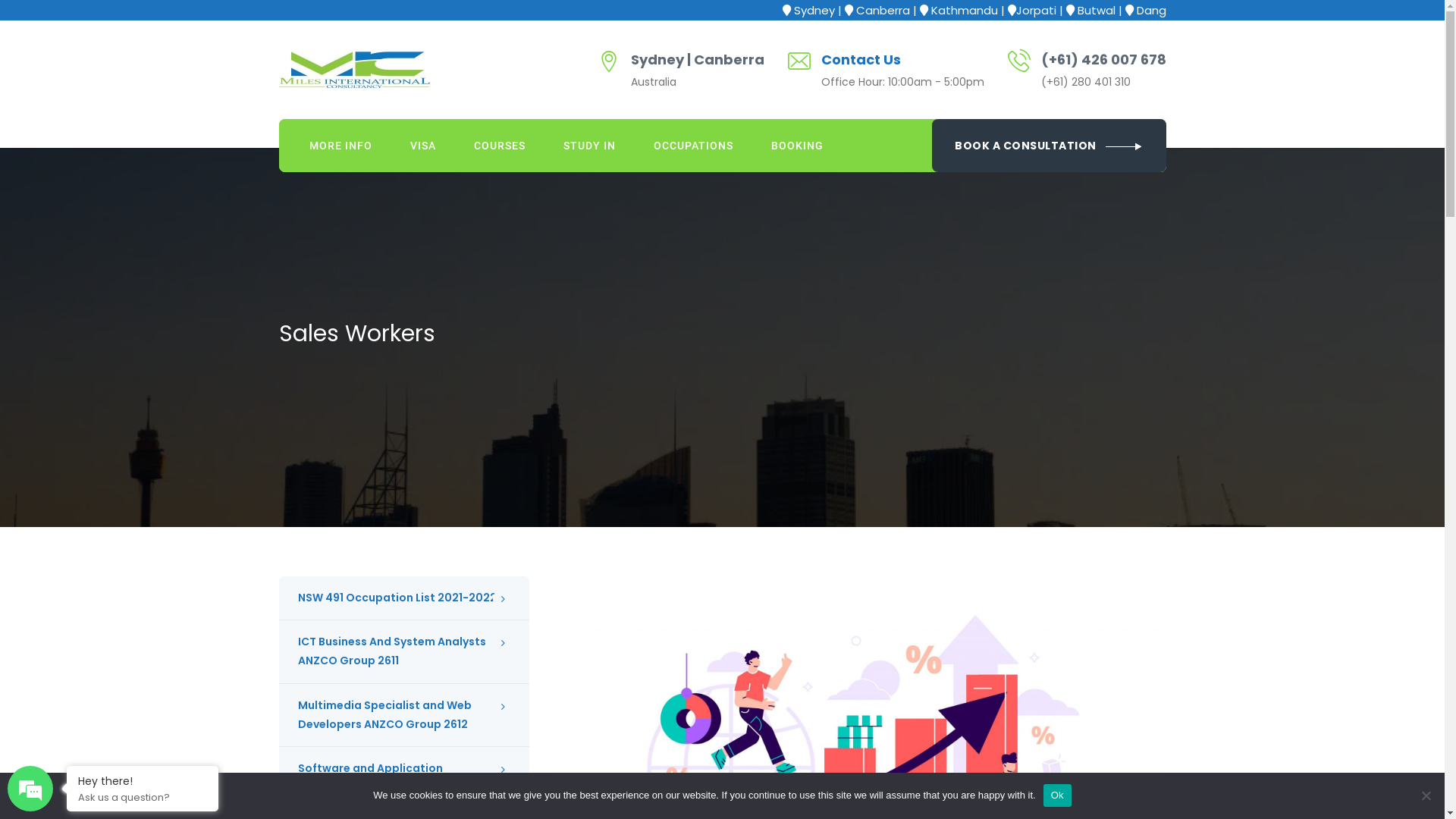  Describe the element at coordinates (290, 146) in the screenshot. I see `'MORE INFO'` at that location.